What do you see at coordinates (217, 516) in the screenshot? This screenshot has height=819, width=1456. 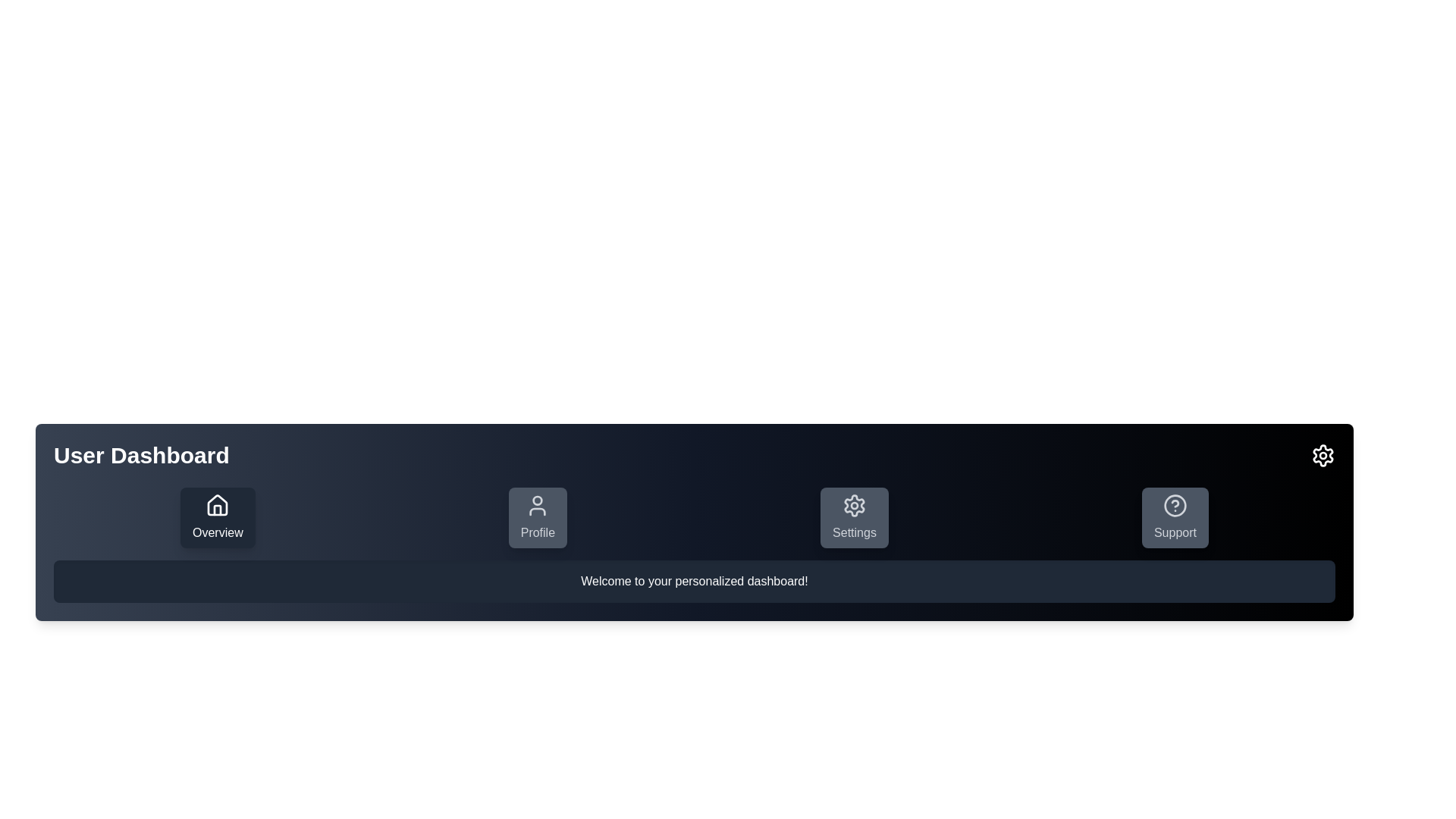 I see `the leftmost button that navigates to the 'Overview' section of the user dashboard for accessibility purposes` at bounding box center [217, 516].